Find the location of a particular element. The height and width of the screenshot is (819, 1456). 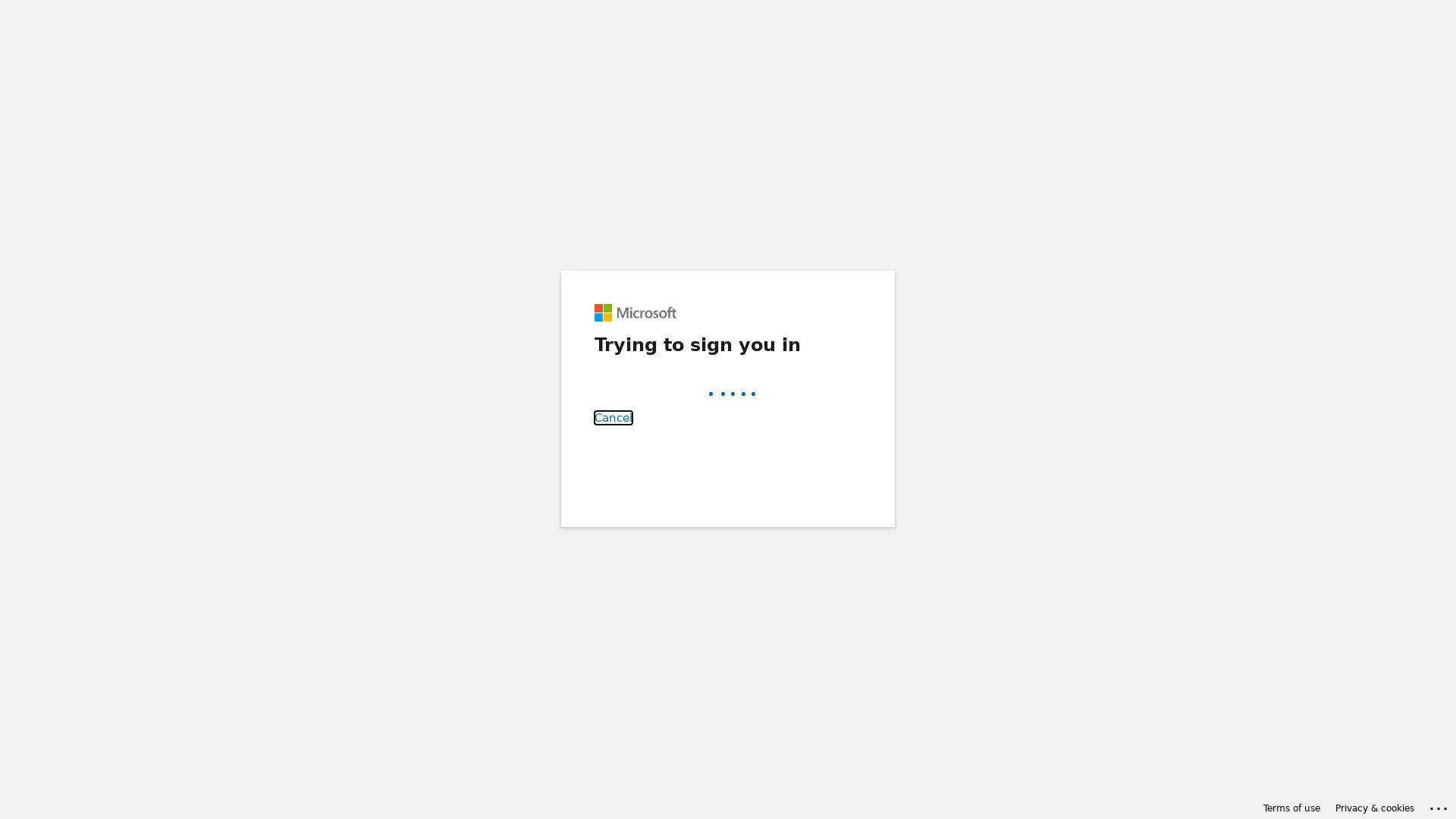

Sign-in options is located at coordinates (728, 534).